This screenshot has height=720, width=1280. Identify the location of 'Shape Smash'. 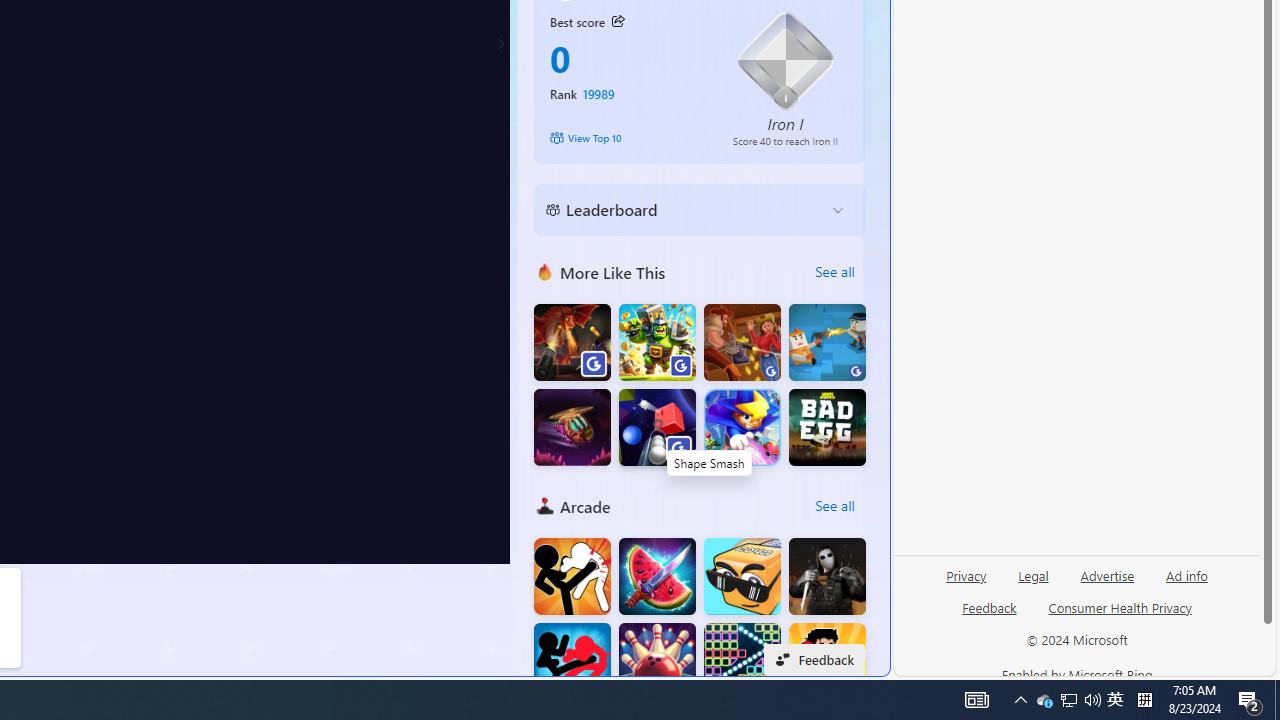
(657, 426).